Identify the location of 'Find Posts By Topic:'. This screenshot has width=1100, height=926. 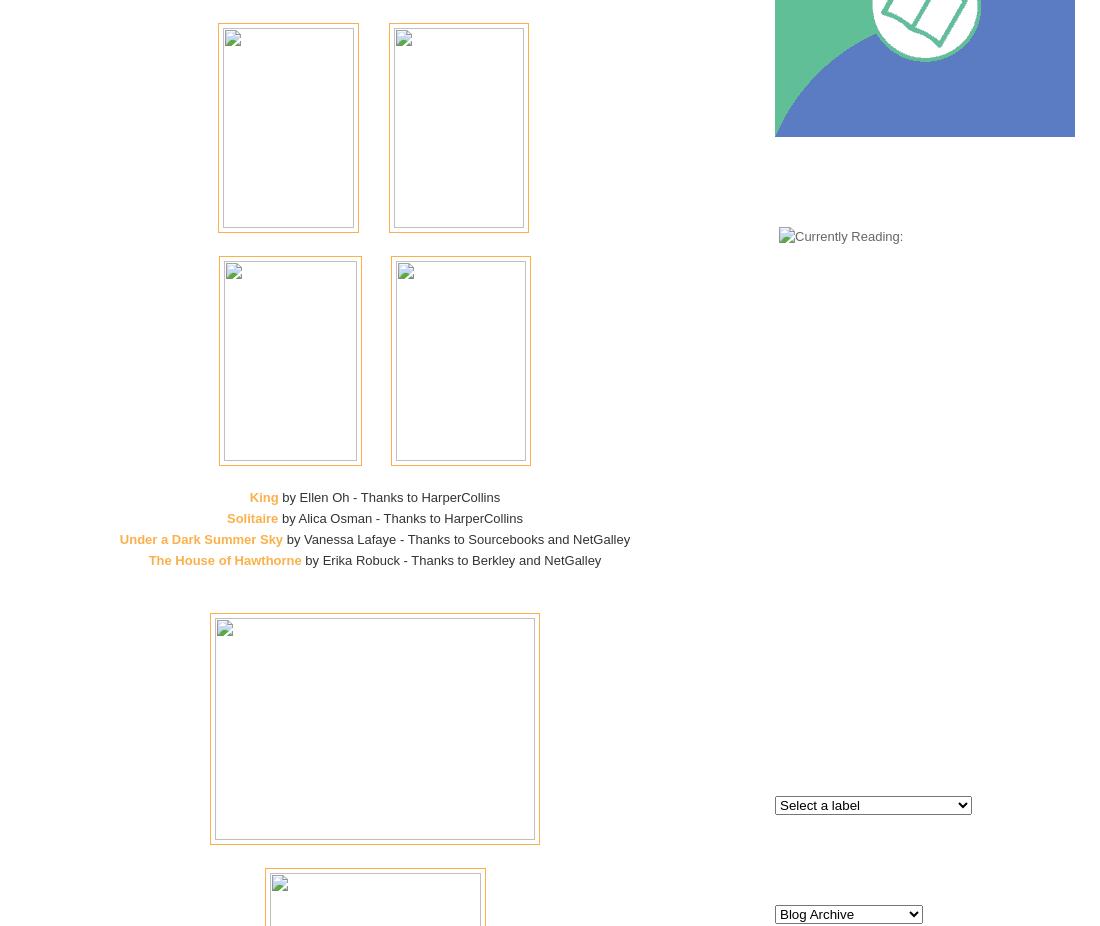
(924, 743).